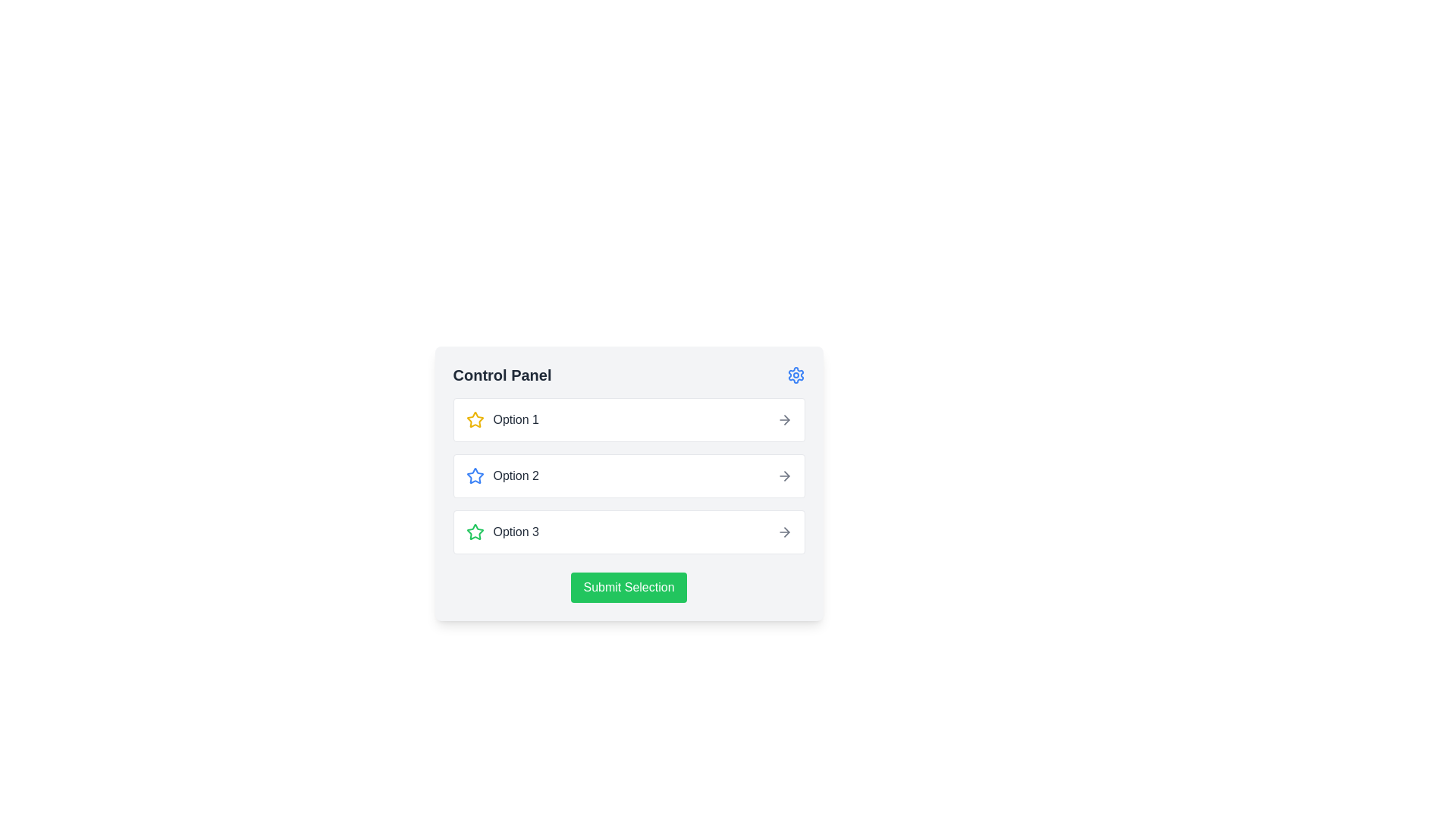  What do you see at coordinates (786, 475) in the screenshot?
I see `the arrow icon associated with the 'Option 2' item` at bounding box center [786, 475].